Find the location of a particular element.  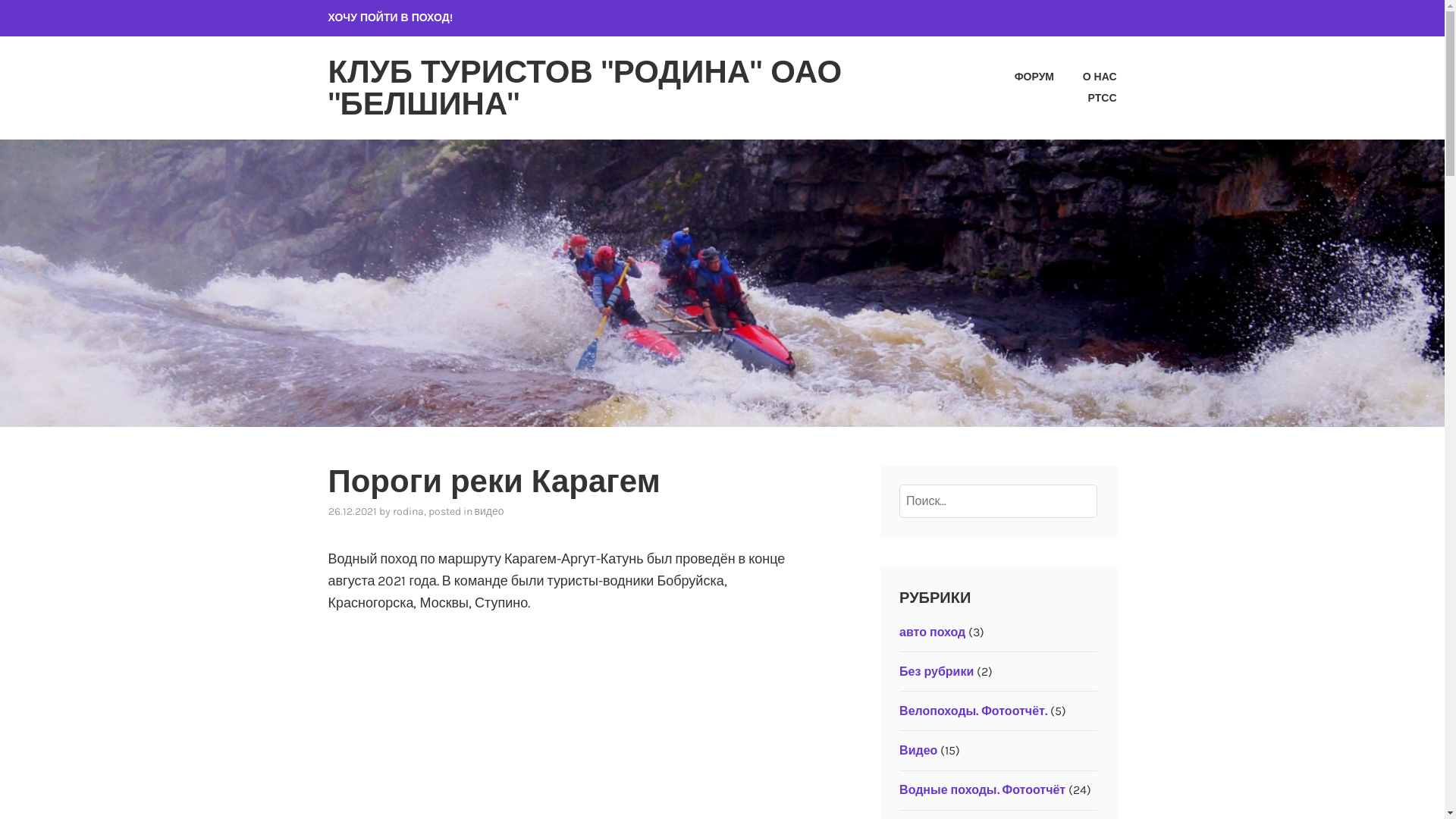

'26.12.2021' is located at coordinates (351, 511).